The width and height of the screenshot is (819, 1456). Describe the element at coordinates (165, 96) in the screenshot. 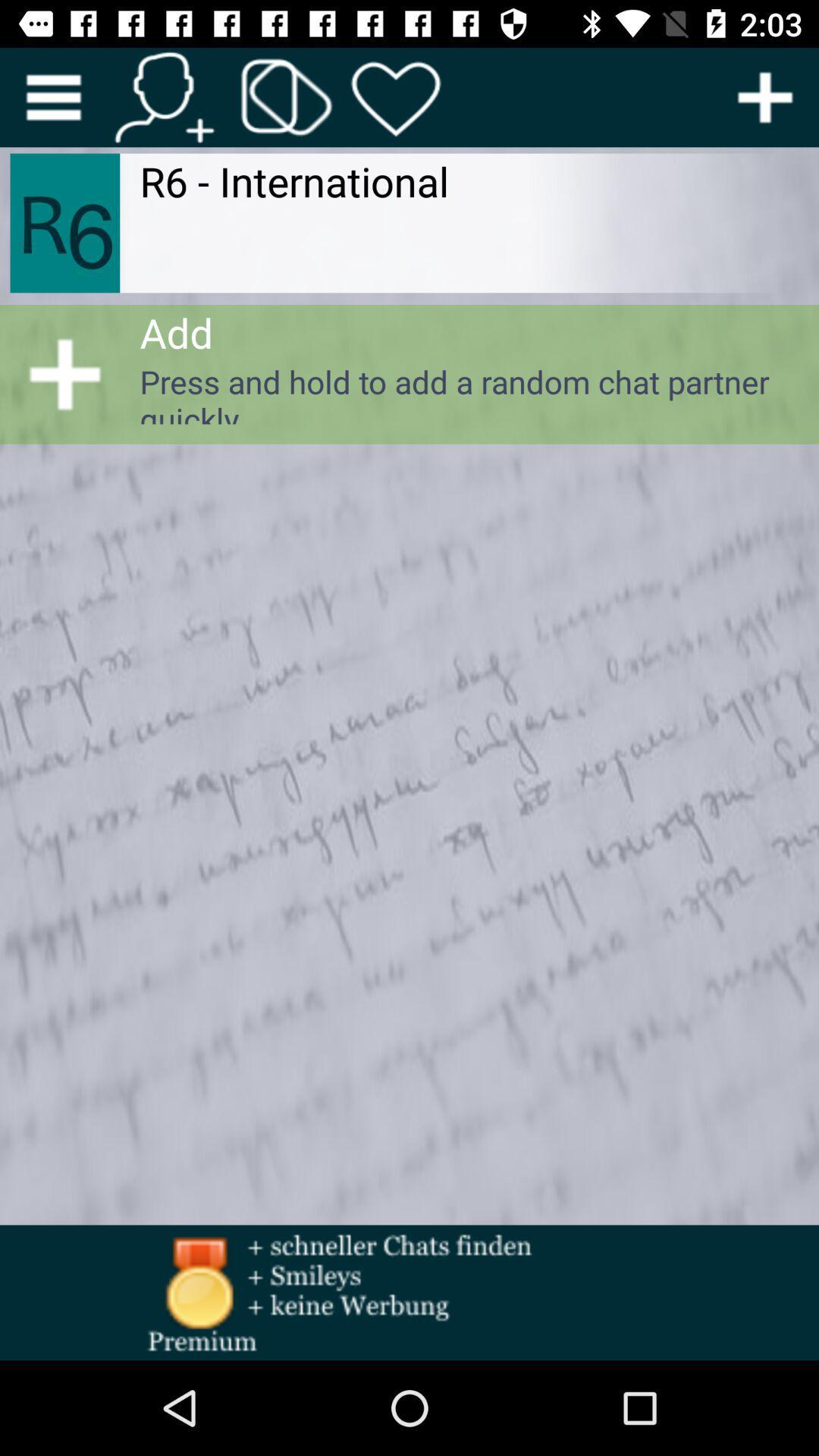

I see `contacts` at that location.